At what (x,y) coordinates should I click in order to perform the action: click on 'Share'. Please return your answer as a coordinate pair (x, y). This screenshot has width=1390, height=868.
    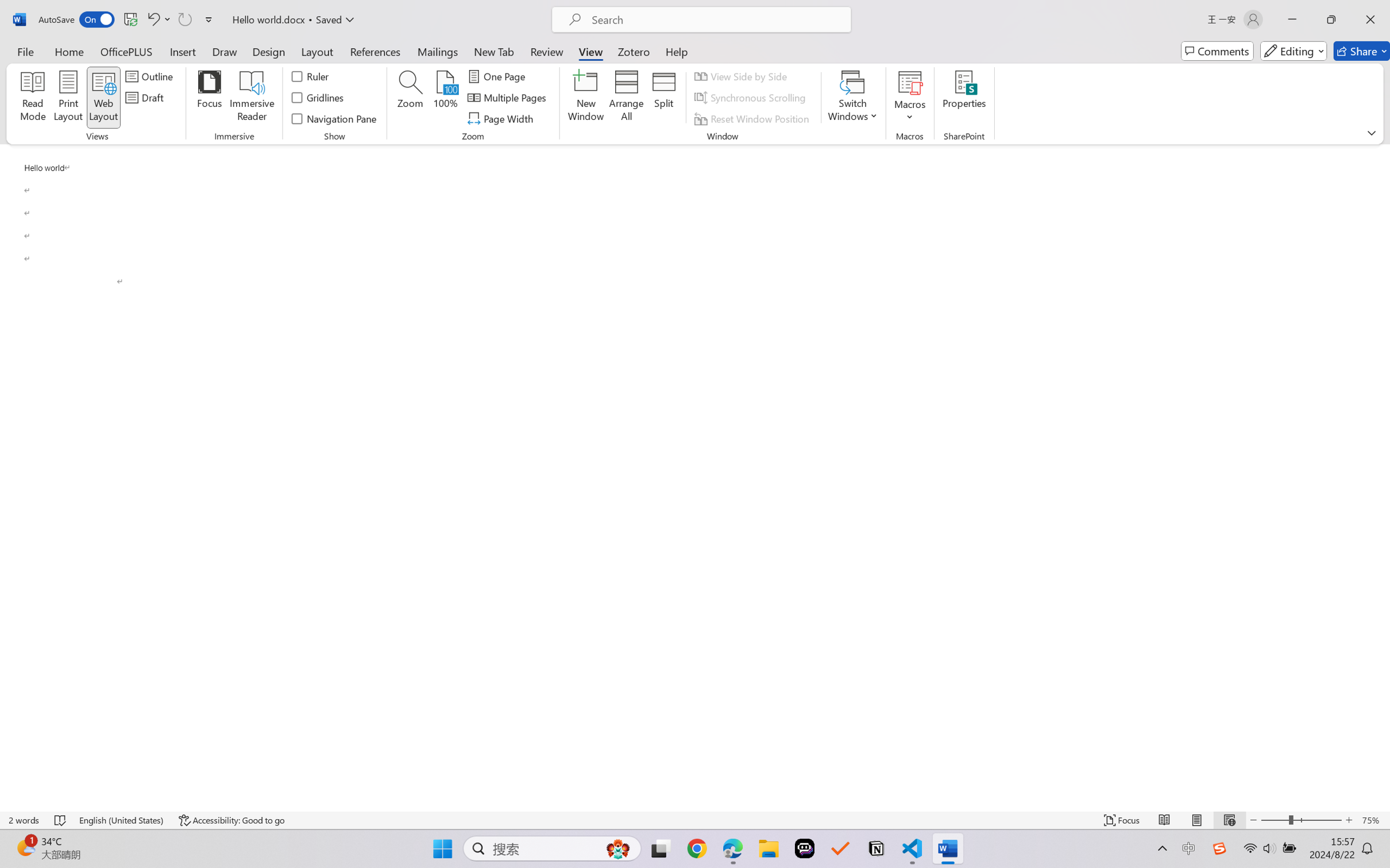
    Looking at the image, I should click on (1361, 51).